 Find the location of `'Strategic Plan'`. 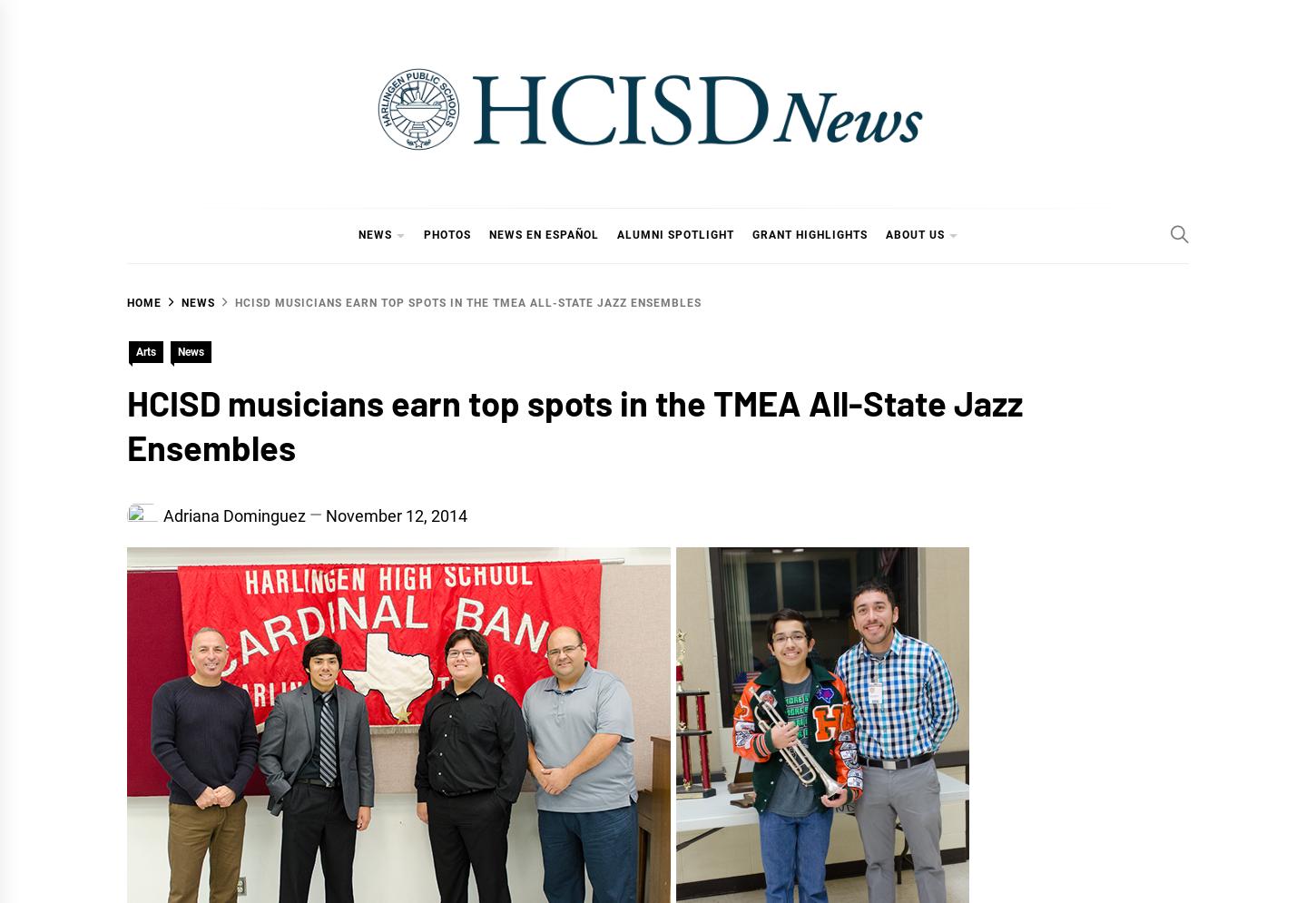

'Strategic Plan' is located at coordinates (814, 404).